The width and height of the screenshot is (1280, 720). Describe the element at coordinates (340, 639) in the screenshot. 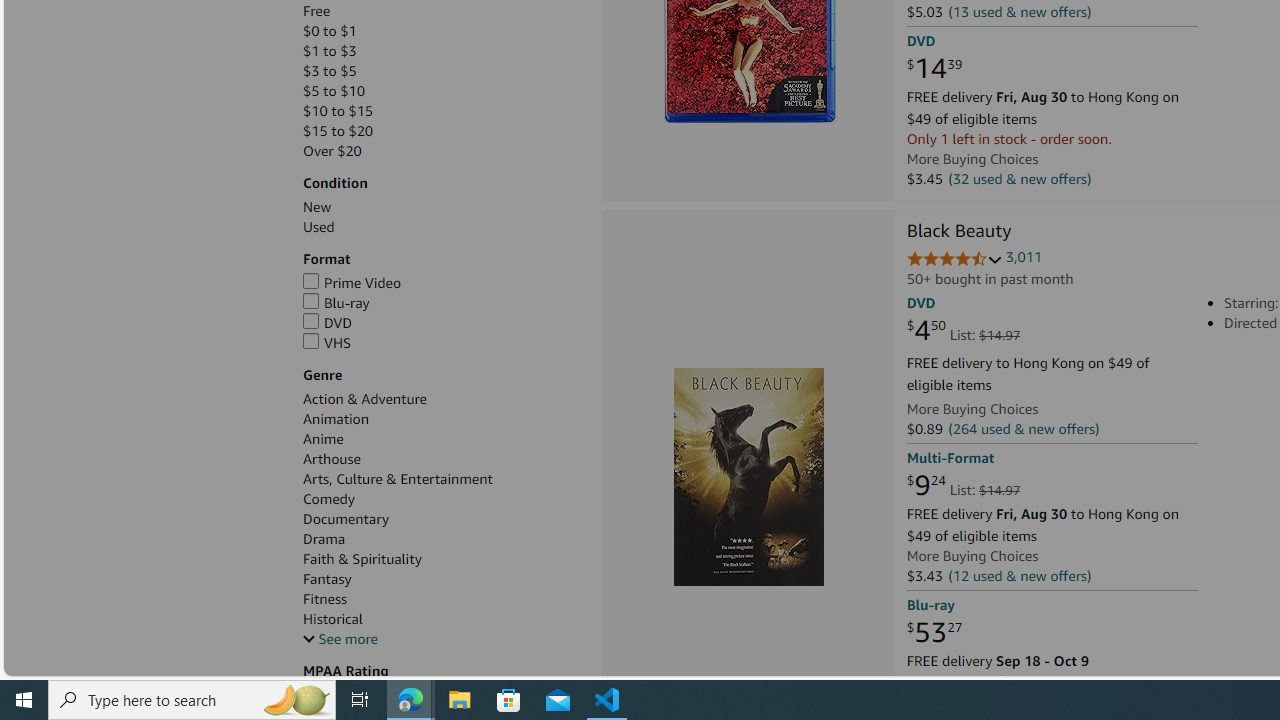

I see `'See more, Genre'` at that location.